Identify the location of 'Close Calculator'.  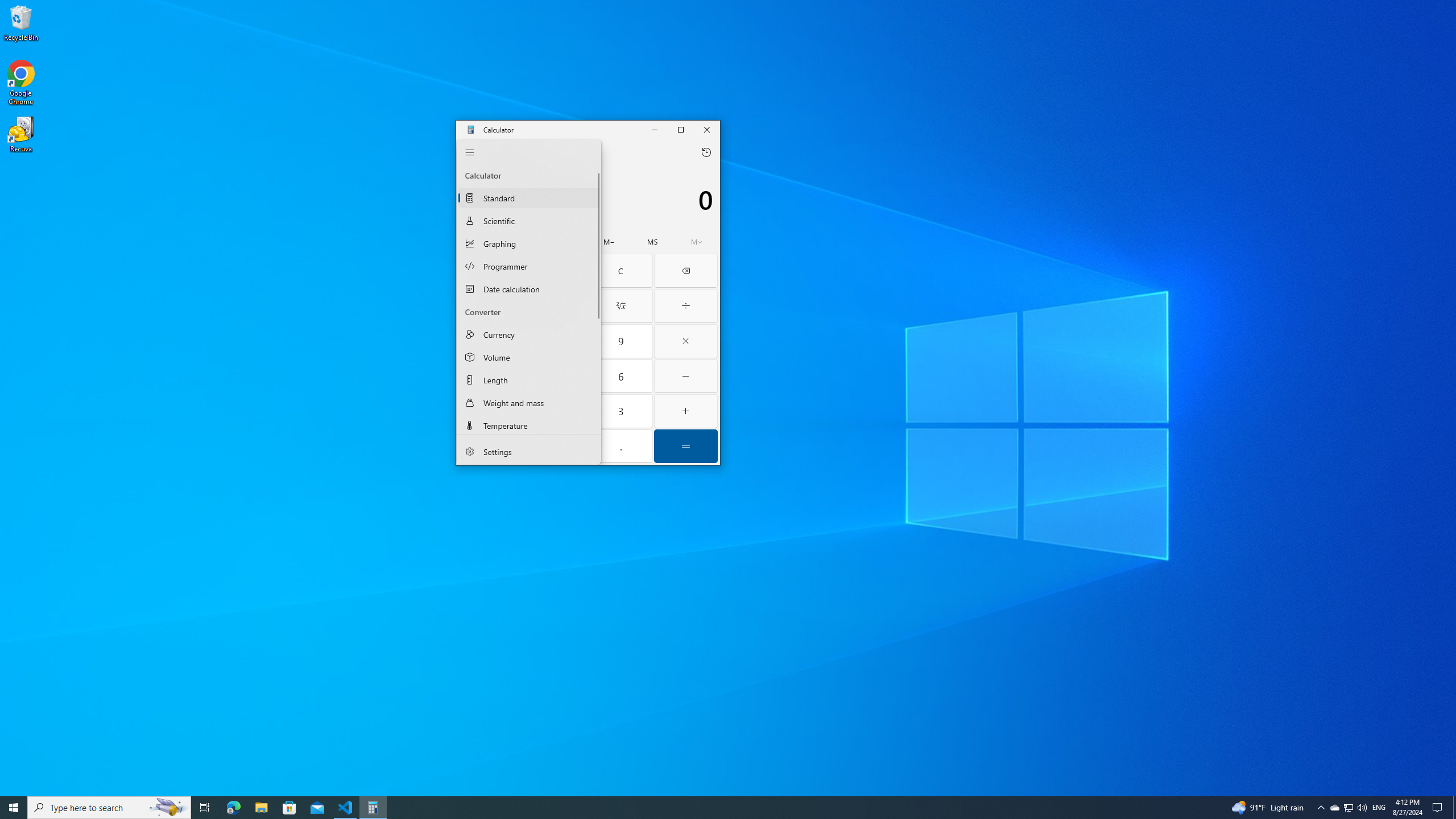
(707, 129).